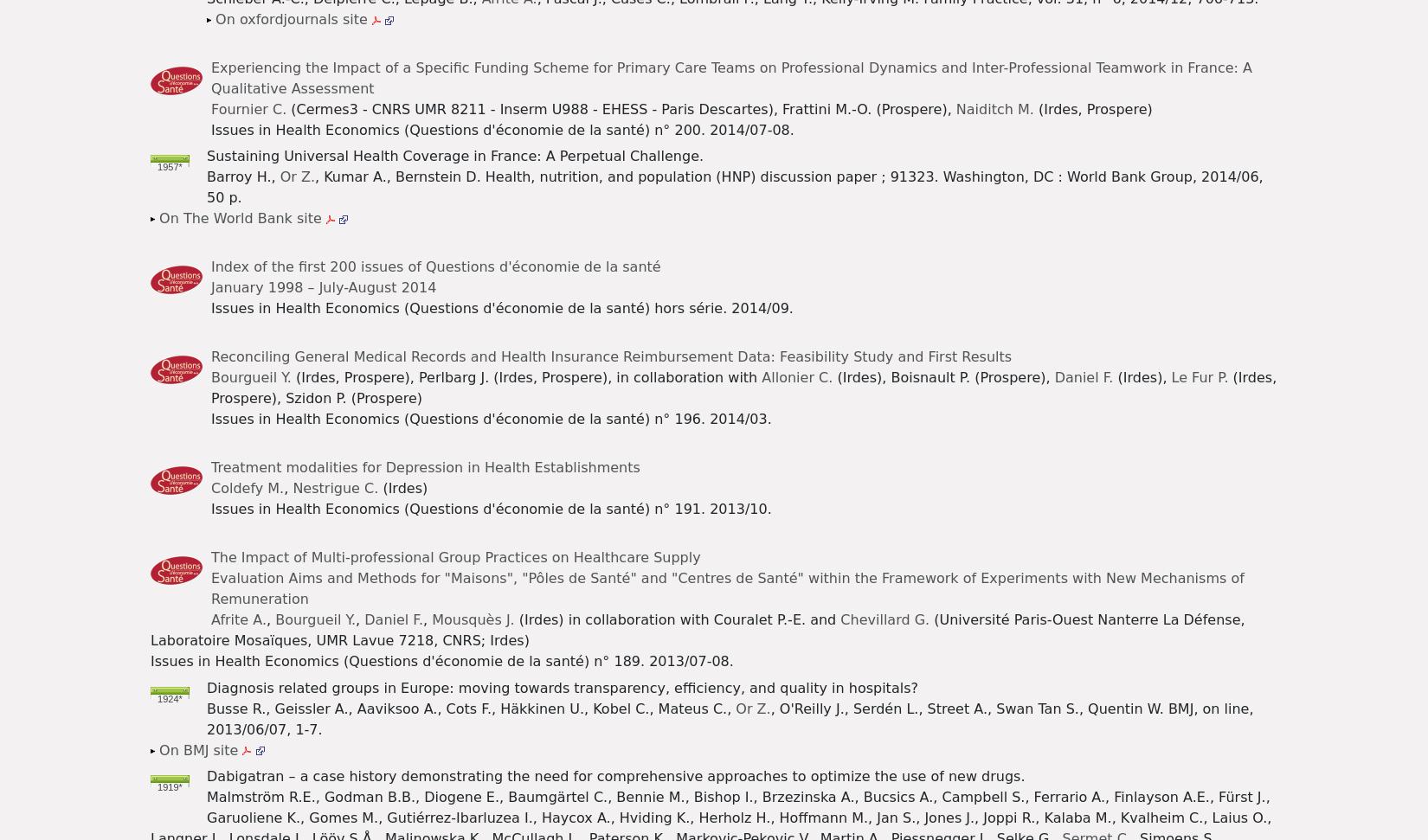  What do you see at coordinates (436, 63) in the screenshot?
I see `'Chart of the month'` at bounding box center [436, 63].